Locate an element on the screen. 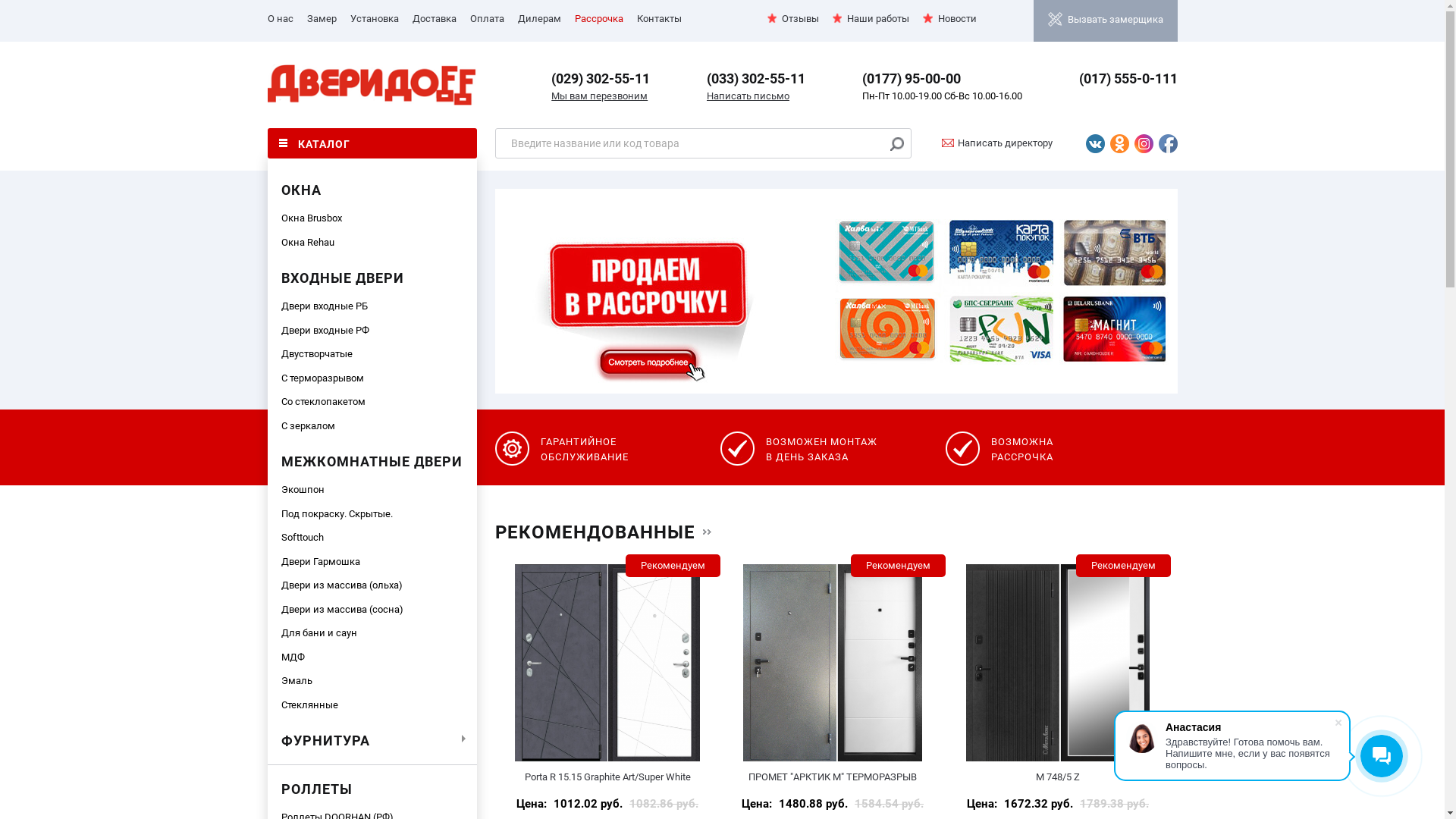  '(017) 555-0-111' is located at coordinates (1128, 78).